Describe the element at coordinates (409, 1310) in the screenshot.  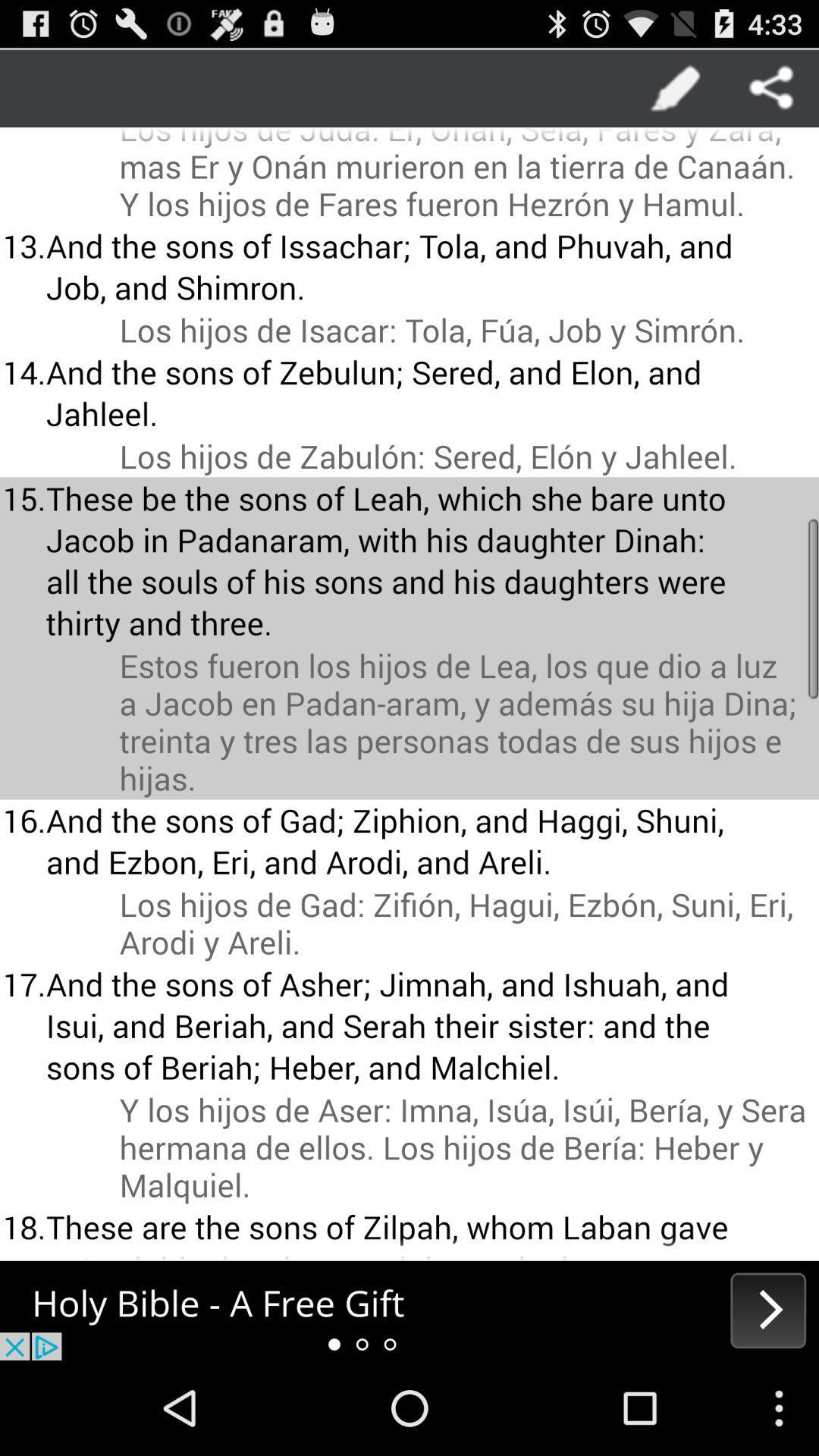
I see `advertisement` at that location.